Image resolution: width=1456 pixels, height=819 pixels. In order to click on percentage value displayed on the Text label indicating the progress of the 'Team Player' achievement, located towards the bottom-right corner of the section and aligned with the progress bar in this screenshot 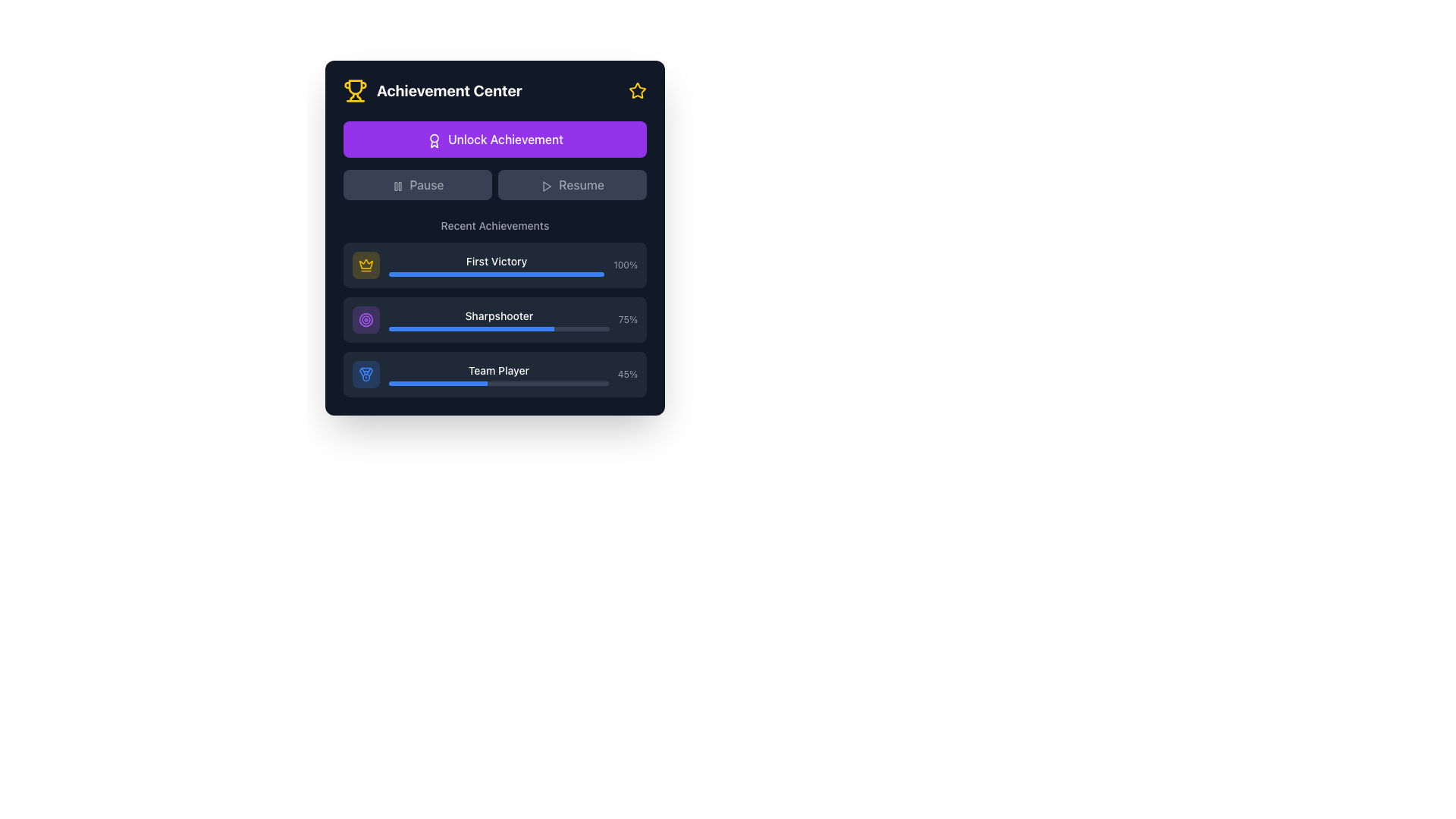, I will do `click(627, 374)`.